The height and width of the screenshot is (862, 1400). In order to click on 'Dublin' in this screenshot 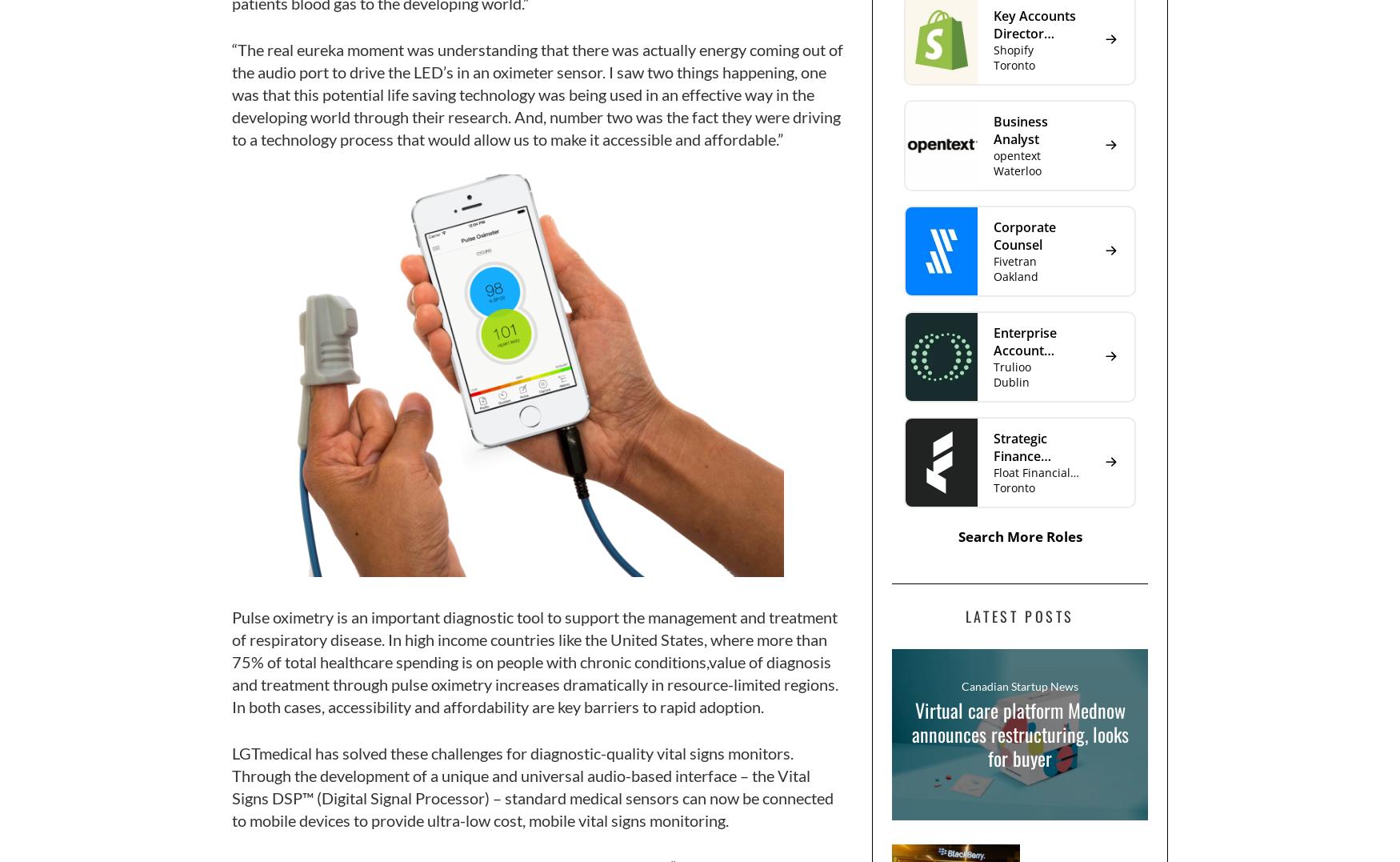, I will do `click(1010, 381)`.